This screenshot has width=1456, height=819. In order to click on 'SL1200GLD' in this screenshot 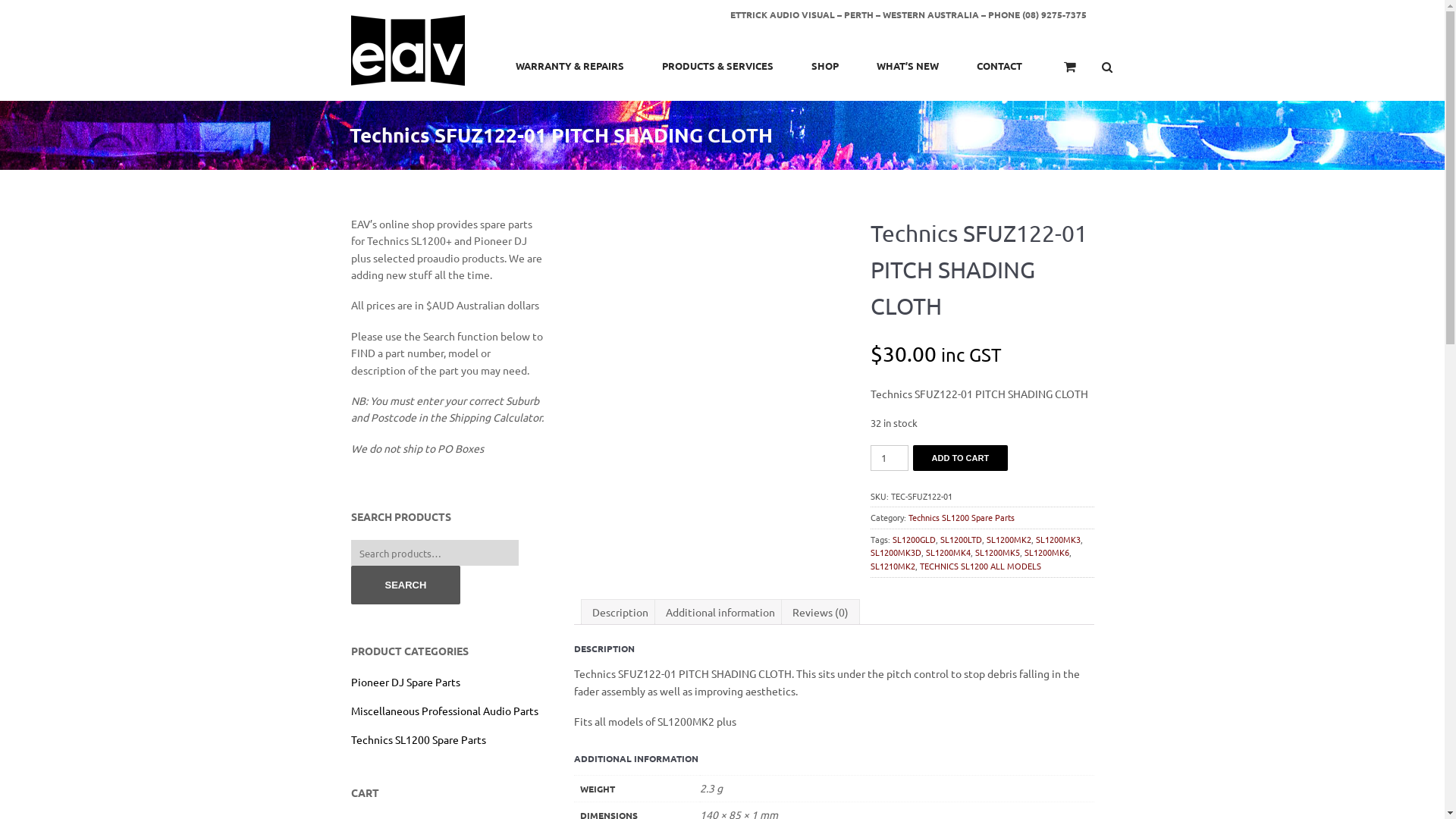, I will do `click(913, 538)`.